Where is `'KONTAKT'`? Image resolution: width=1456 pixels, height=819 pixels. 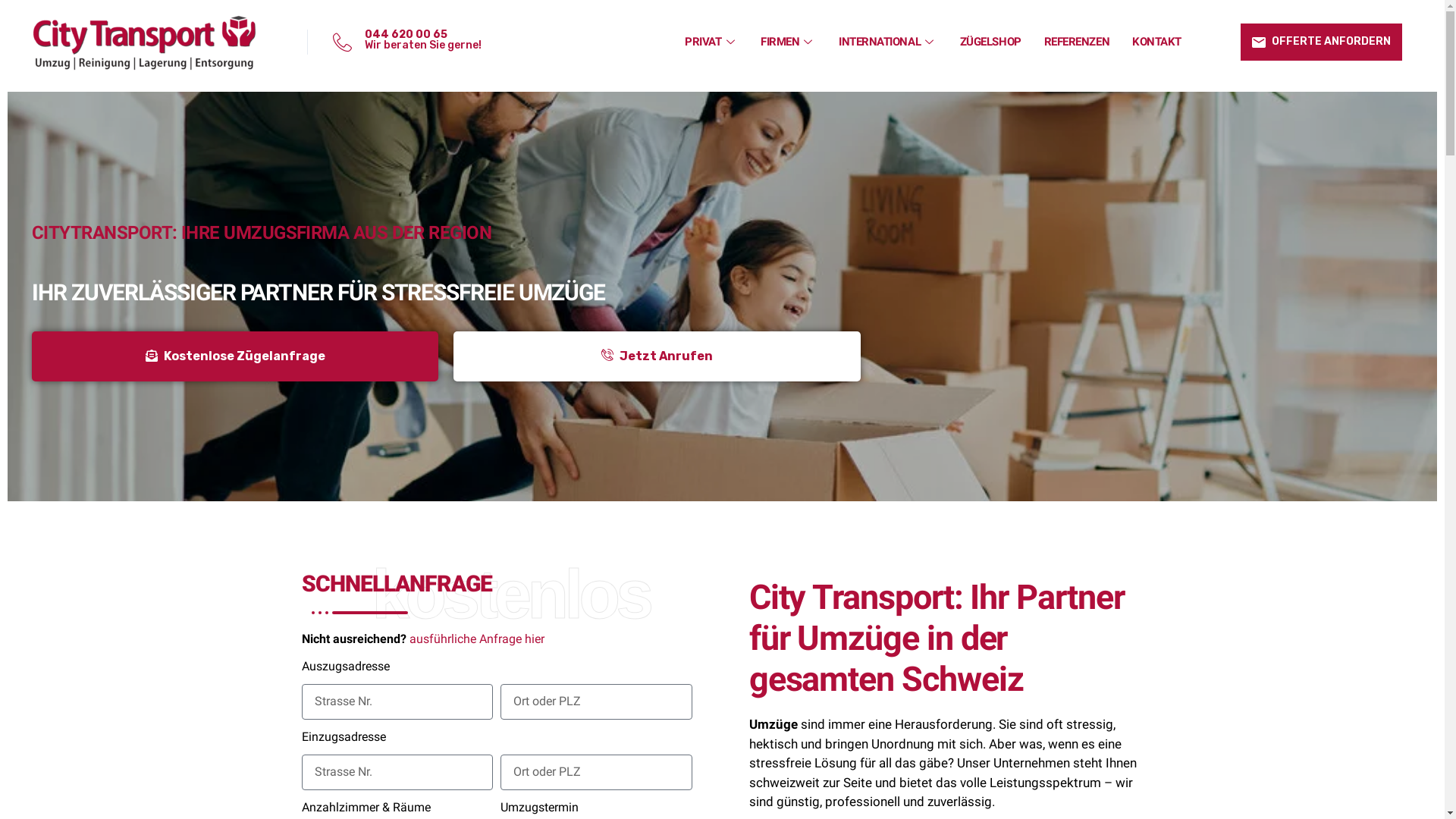
'KONTAKT' is located at coordinates (1156, 40).